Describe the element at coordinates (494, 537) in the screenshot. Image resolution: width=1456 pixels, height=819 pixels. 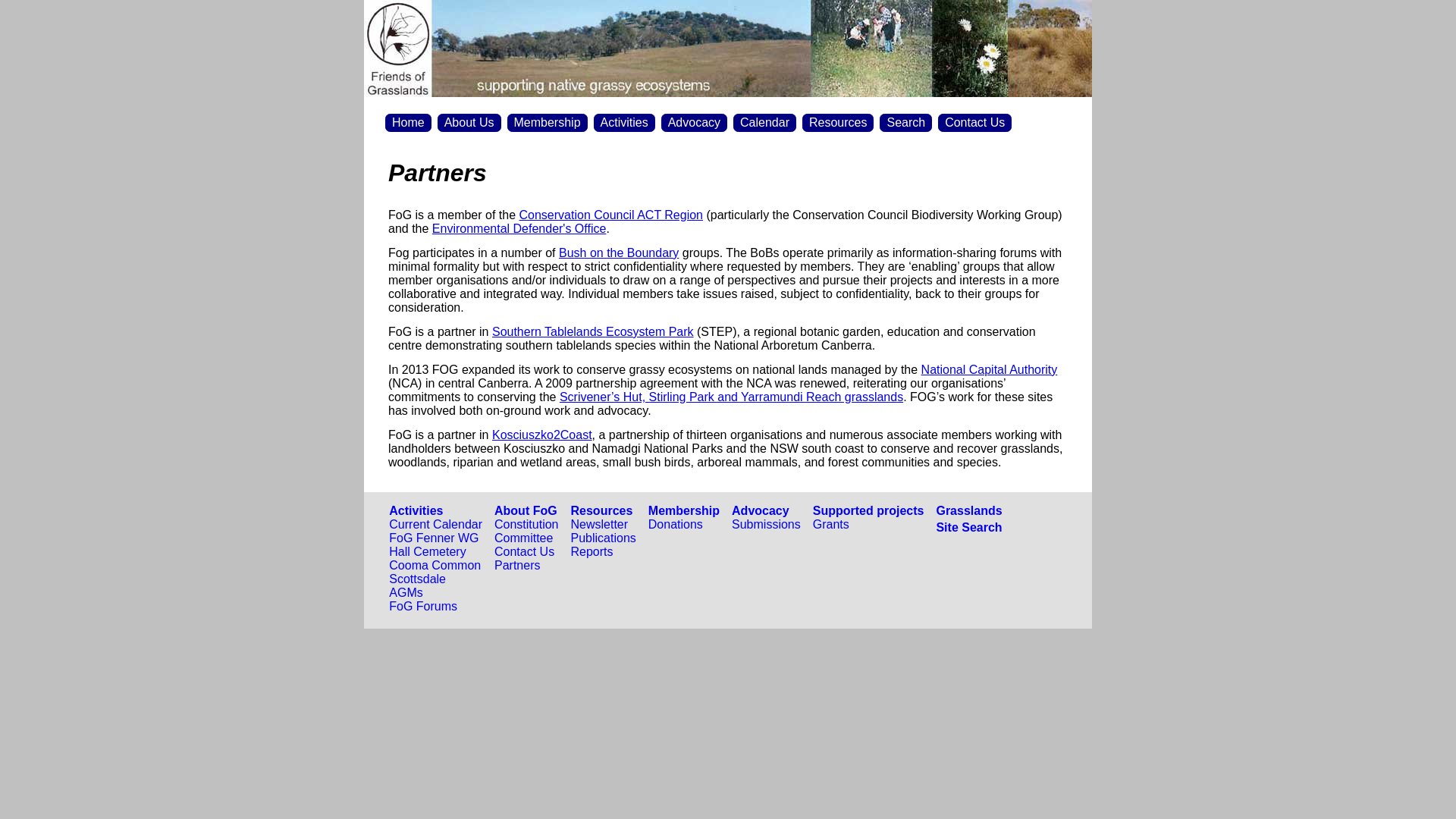
I see `'Committee'` at that location.